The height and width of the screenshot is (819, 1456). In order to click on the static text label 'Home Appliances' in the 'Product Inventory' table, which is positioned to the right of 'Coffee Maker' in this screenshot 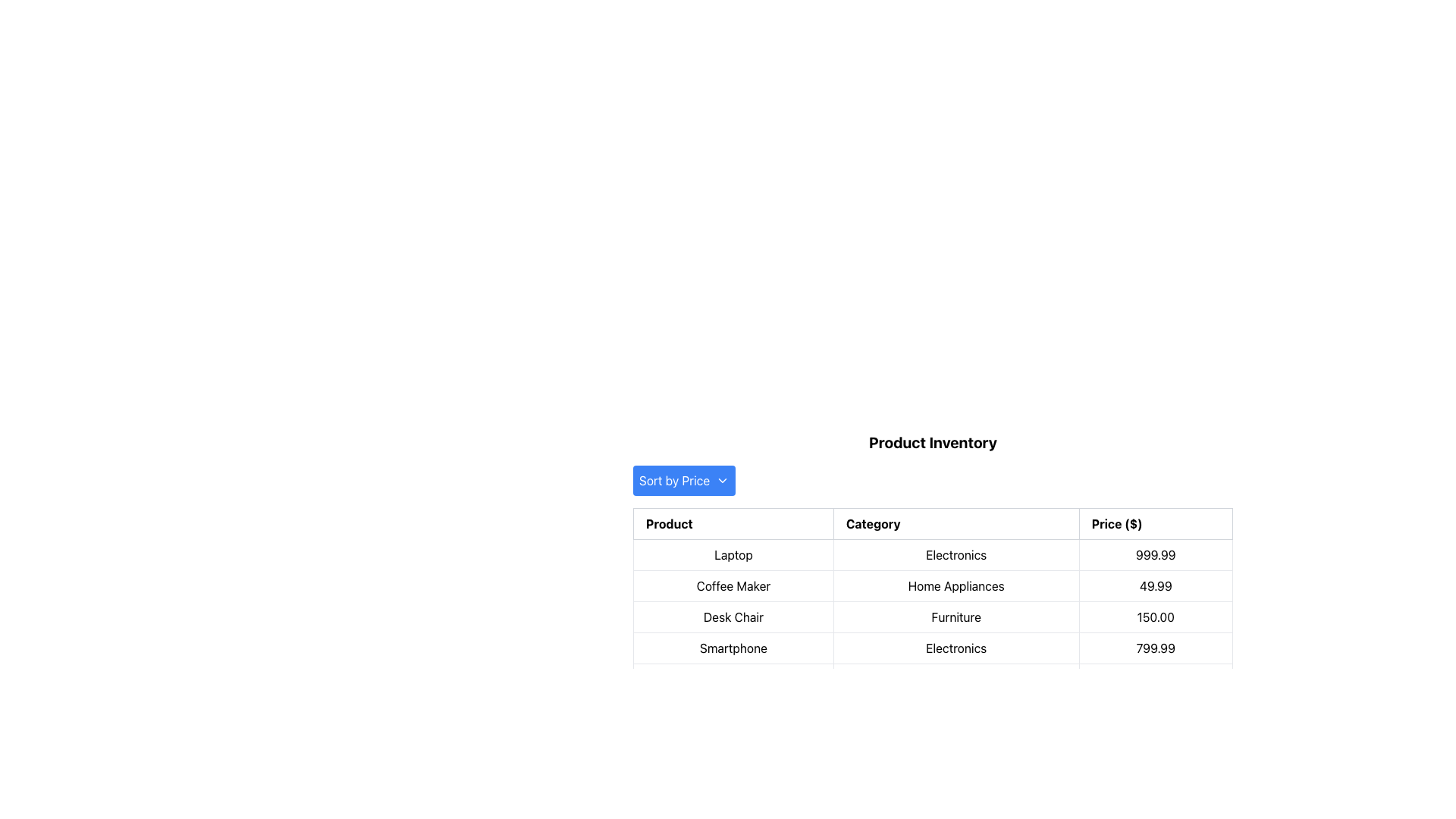, I will do `click(955, 585)`.